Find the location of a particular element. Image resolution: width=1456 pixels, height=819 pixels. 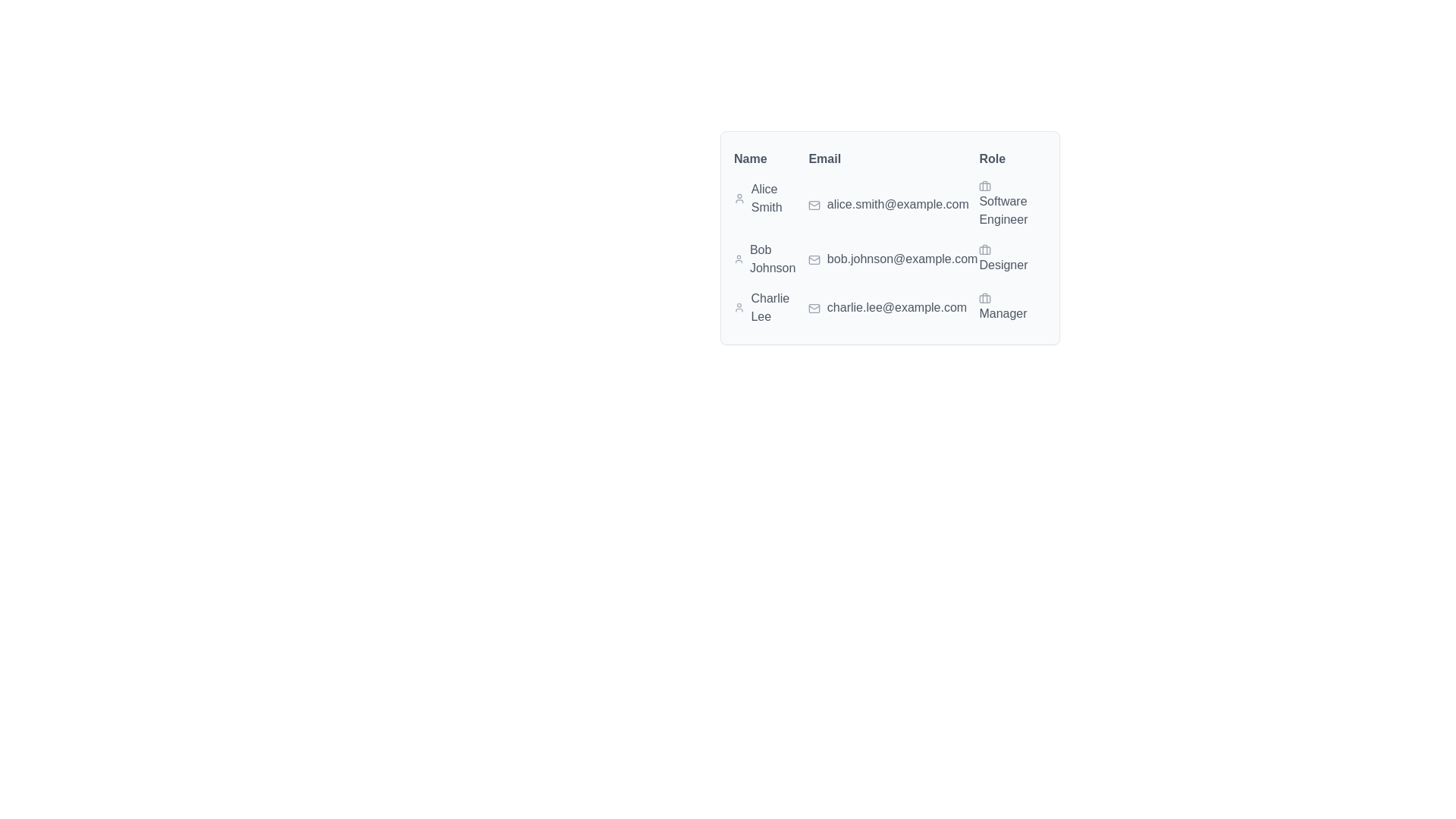

the static text element displaying the user's name 'Alice Smith' in the first row of the table under the 'Name' column is located at coordinates (770, 198).